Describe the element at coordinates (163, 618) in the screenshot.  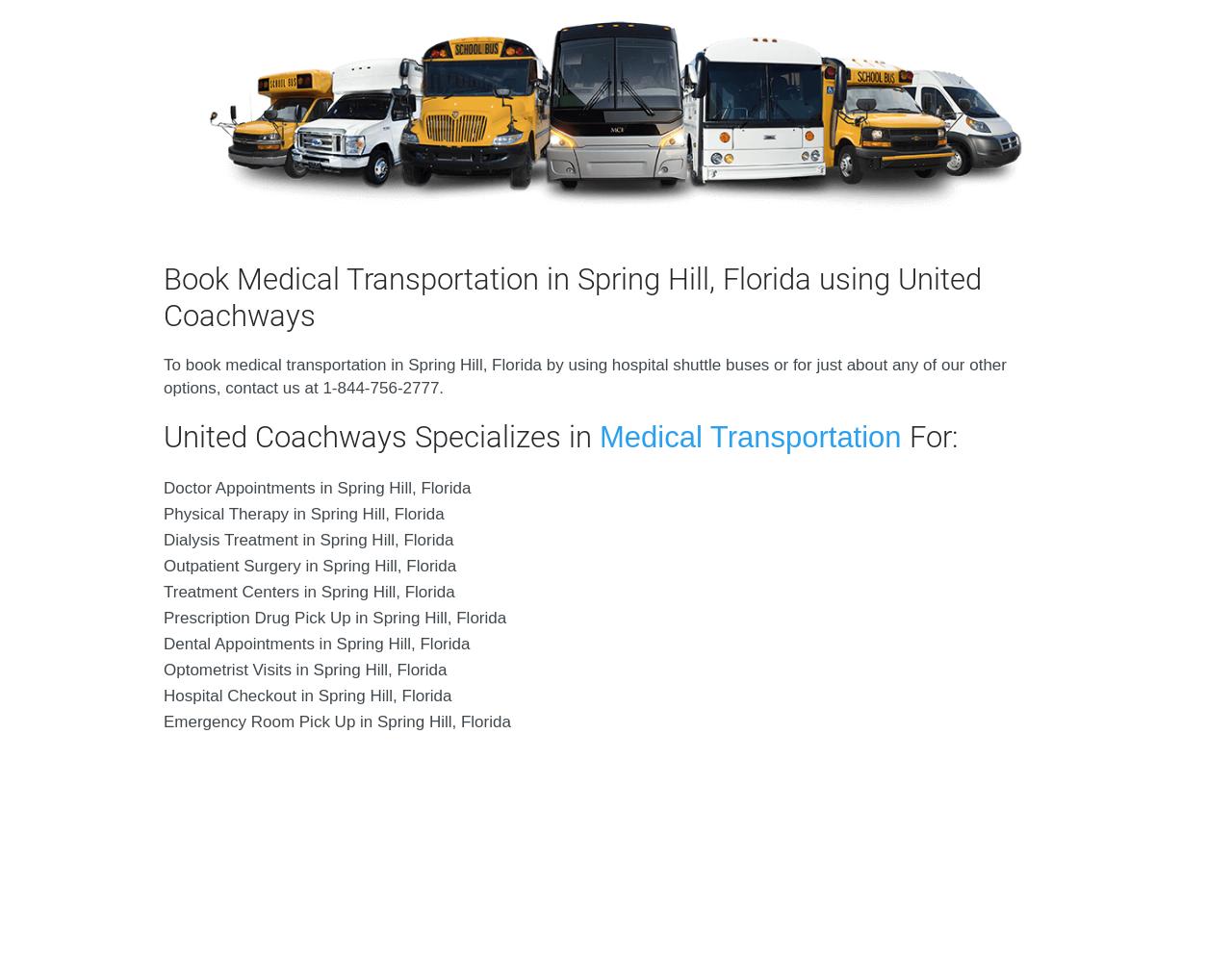
I see `'Prescription Drug Pick Up in Spring Hill, Florida'` at that location.